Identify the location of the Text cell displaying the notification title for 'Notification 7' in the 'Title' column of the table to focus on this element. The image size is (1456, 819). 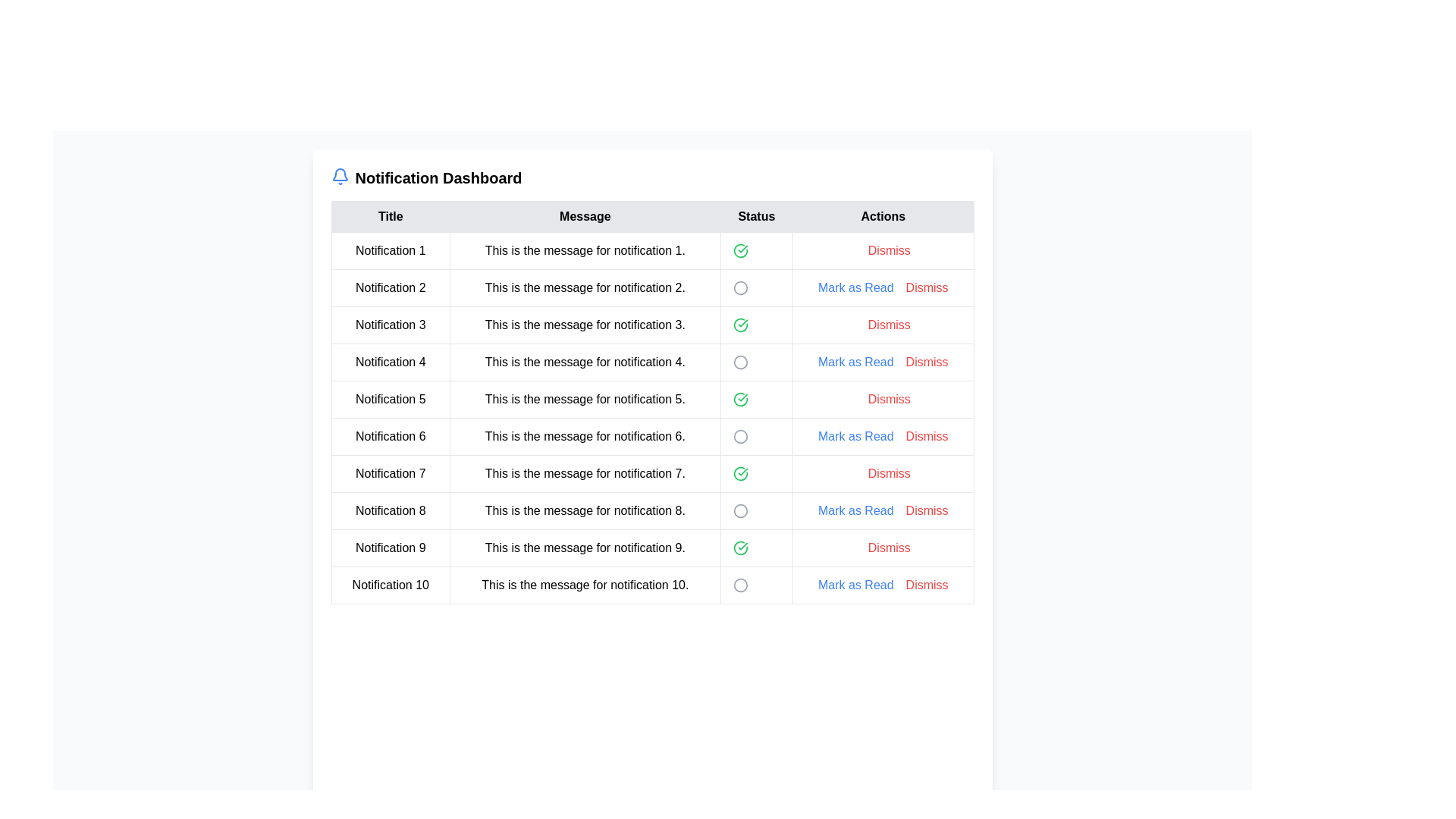
(391, 472).